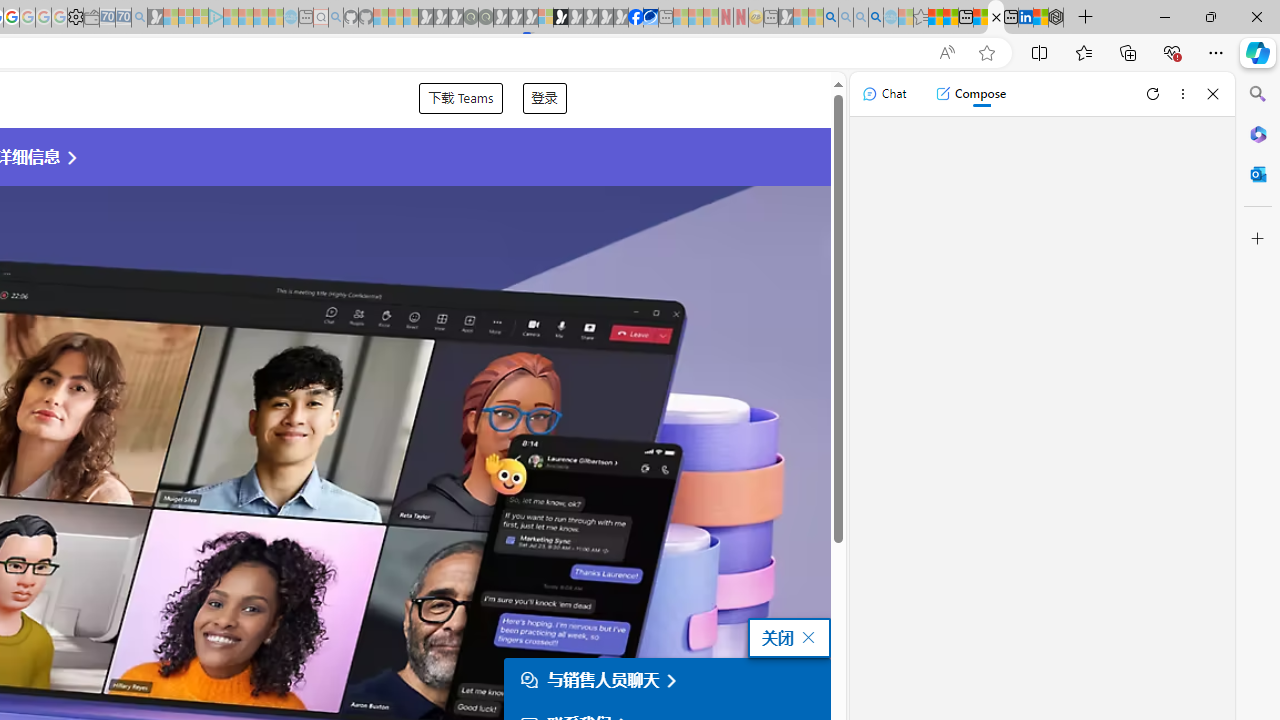  I want to click on 'Aberdeen, Hong Kong SAR weather forecast | Microsoft Weather', so click(949, 17).